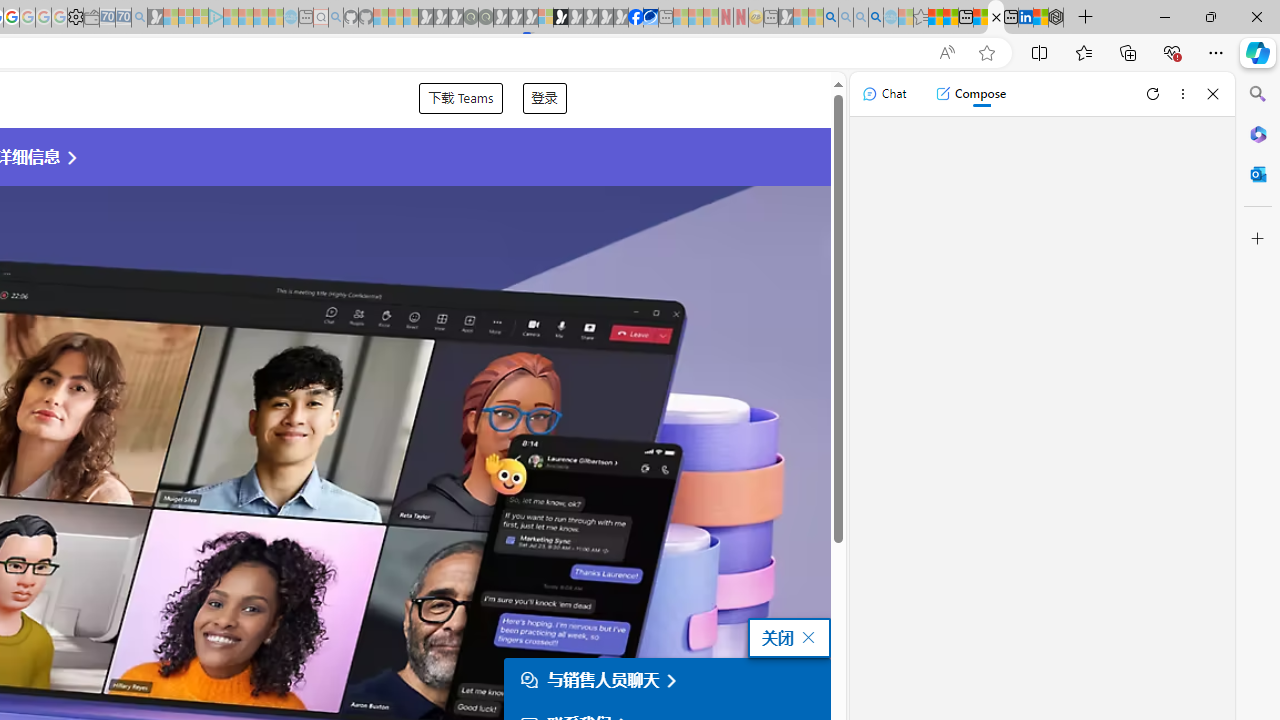  I want to click on 'Aberdeen, Hong Kong SAR weather forecast | Microsoft Weather', so click(949, 17).